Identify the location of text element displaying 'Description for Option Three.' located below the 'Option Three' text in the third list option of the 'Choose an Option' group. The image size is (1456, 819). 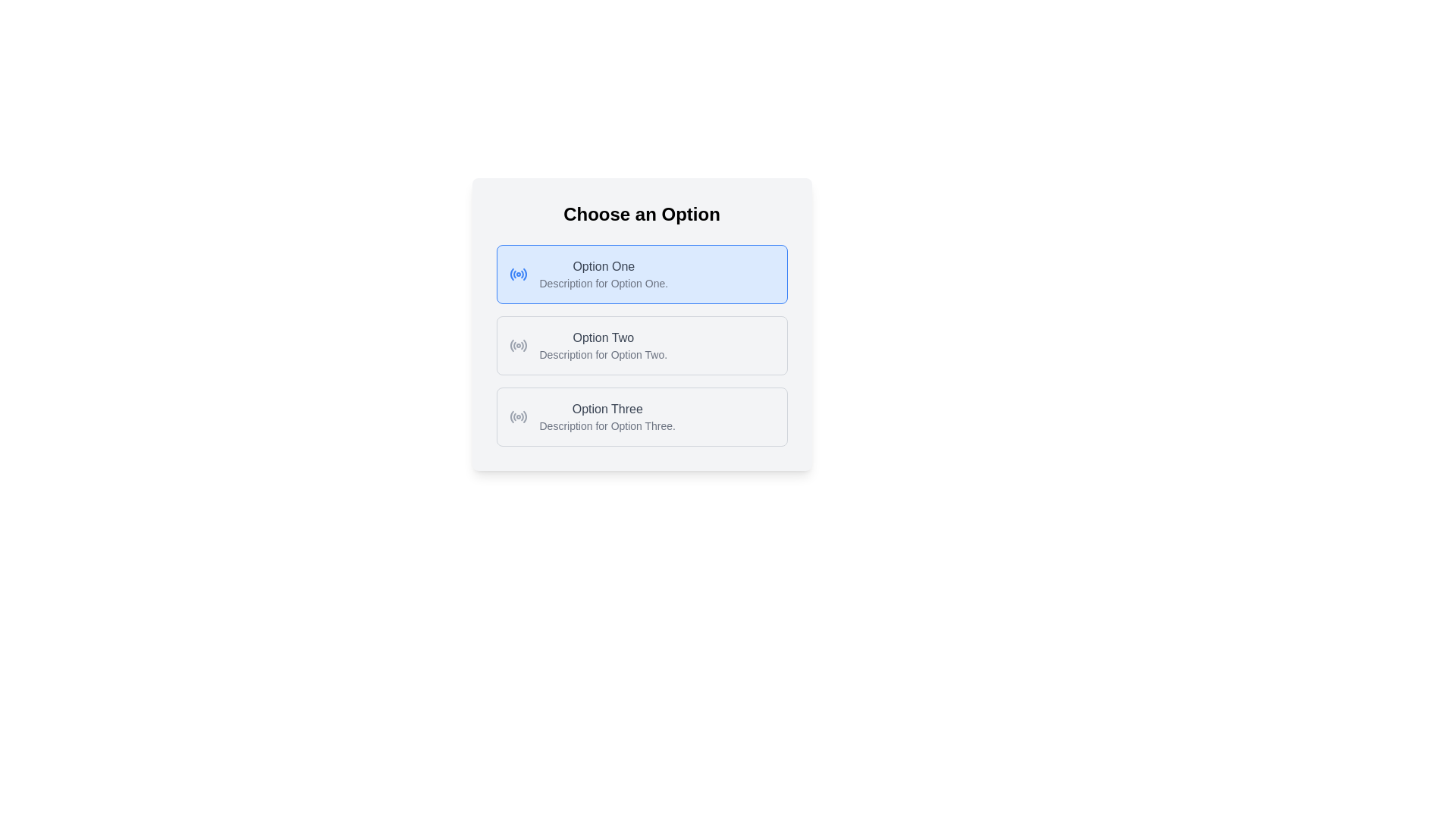
(607, 426).